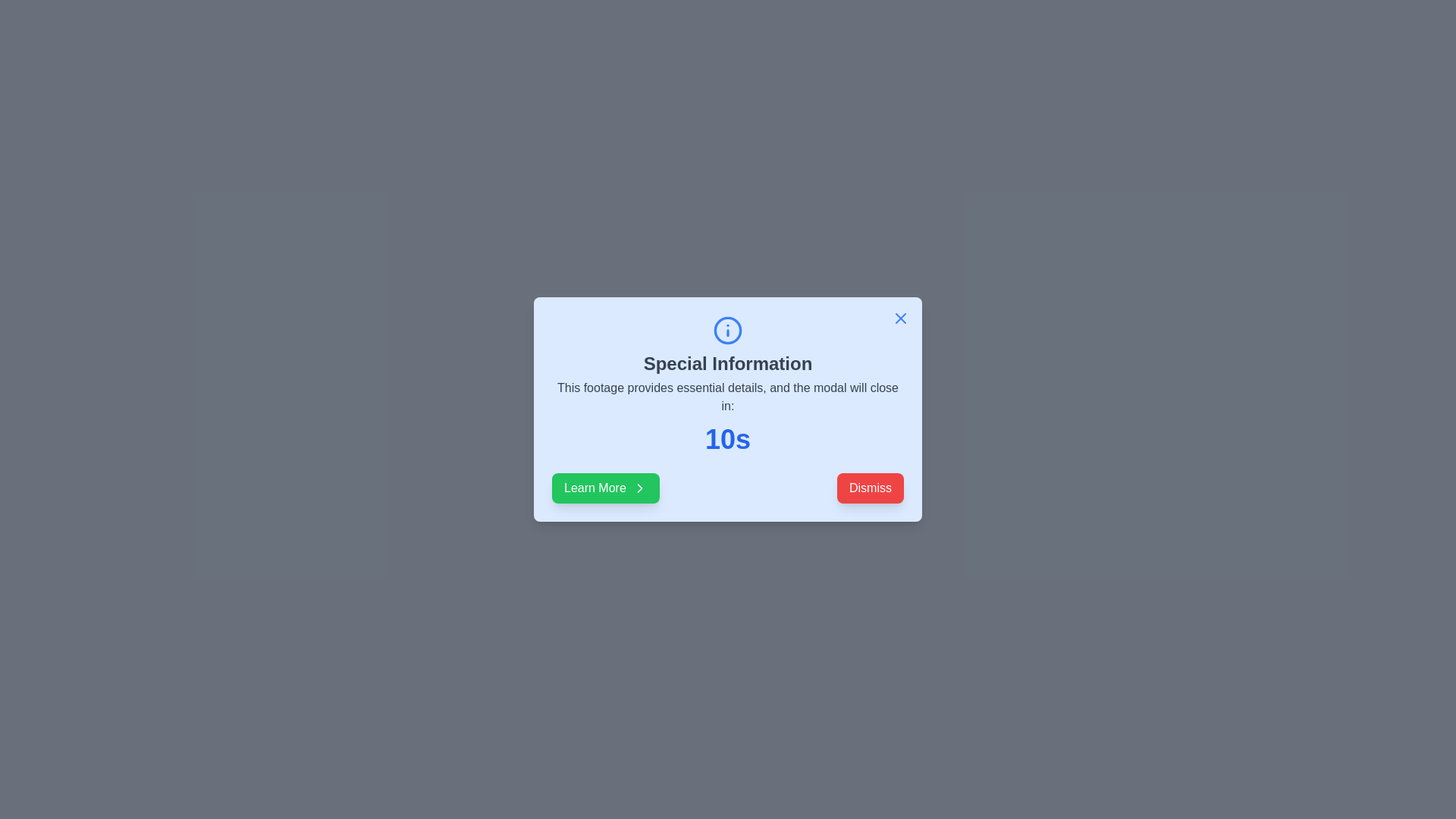 This screenshot has height=819, width=1456. Describe the element at coordinates (870, 488) in the screenshot. I see `the dismiss button located at the bottom-right corner of the modal to change its background color` at that location.